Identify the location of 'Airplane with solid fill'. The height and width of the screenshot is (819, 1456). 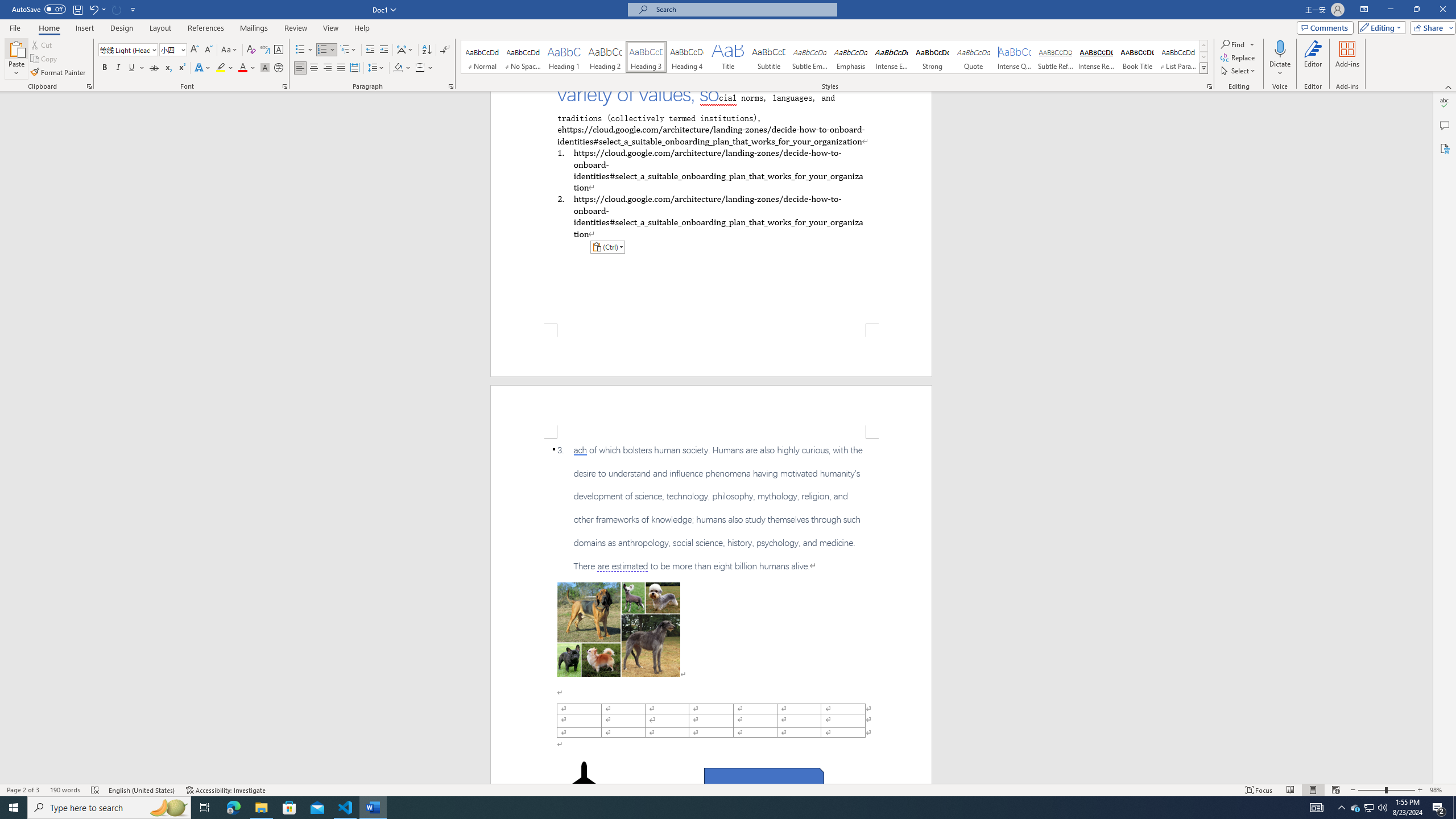
(584, 784).